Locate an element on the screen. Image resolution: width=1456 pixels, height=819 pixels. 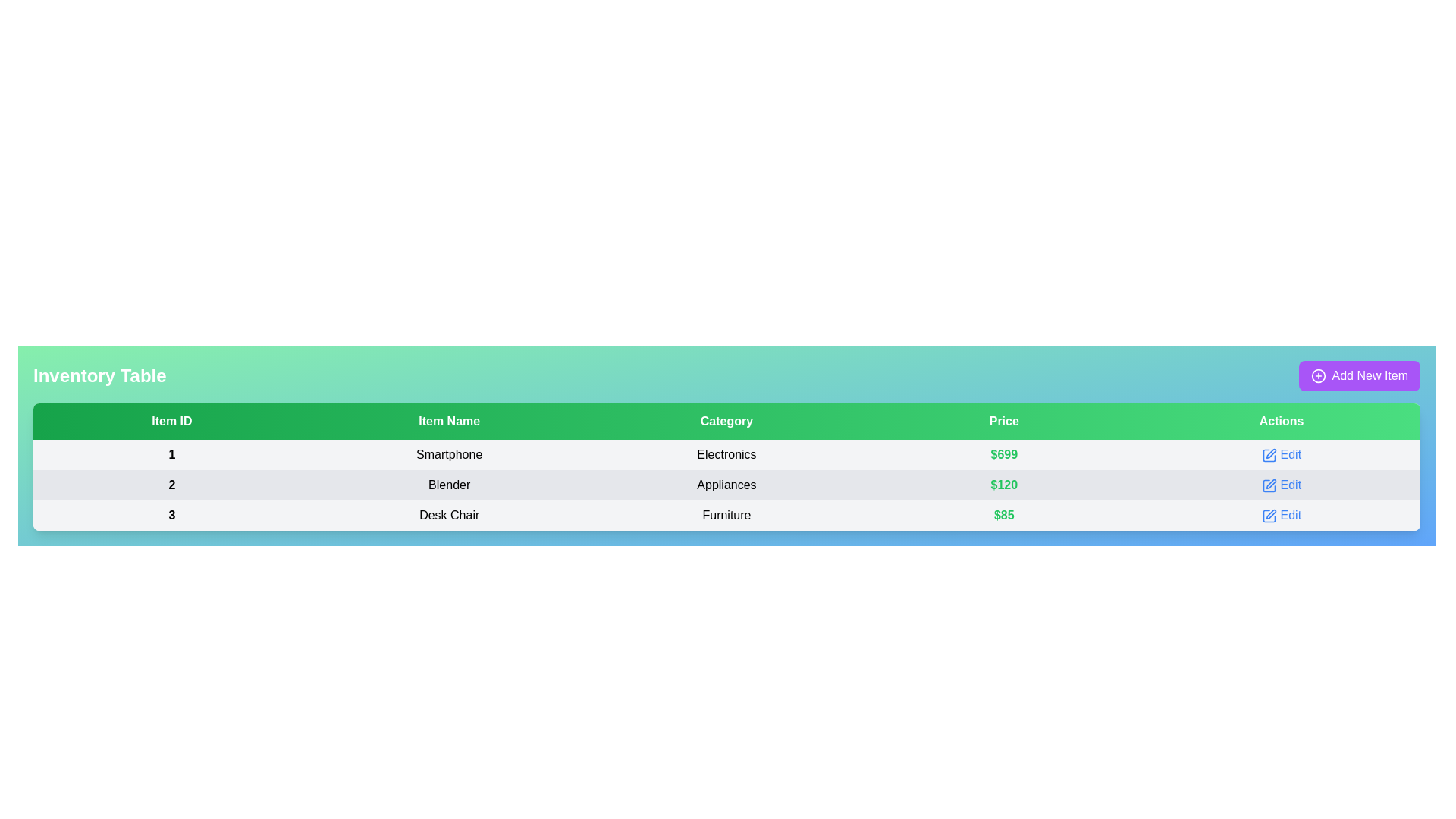
the text label displaying the monetary value '$85' in the fourth column of the table row labeled '3' for the 'Desk Chair' under the 'Furniture' category is located at coordinates (1004, 514).